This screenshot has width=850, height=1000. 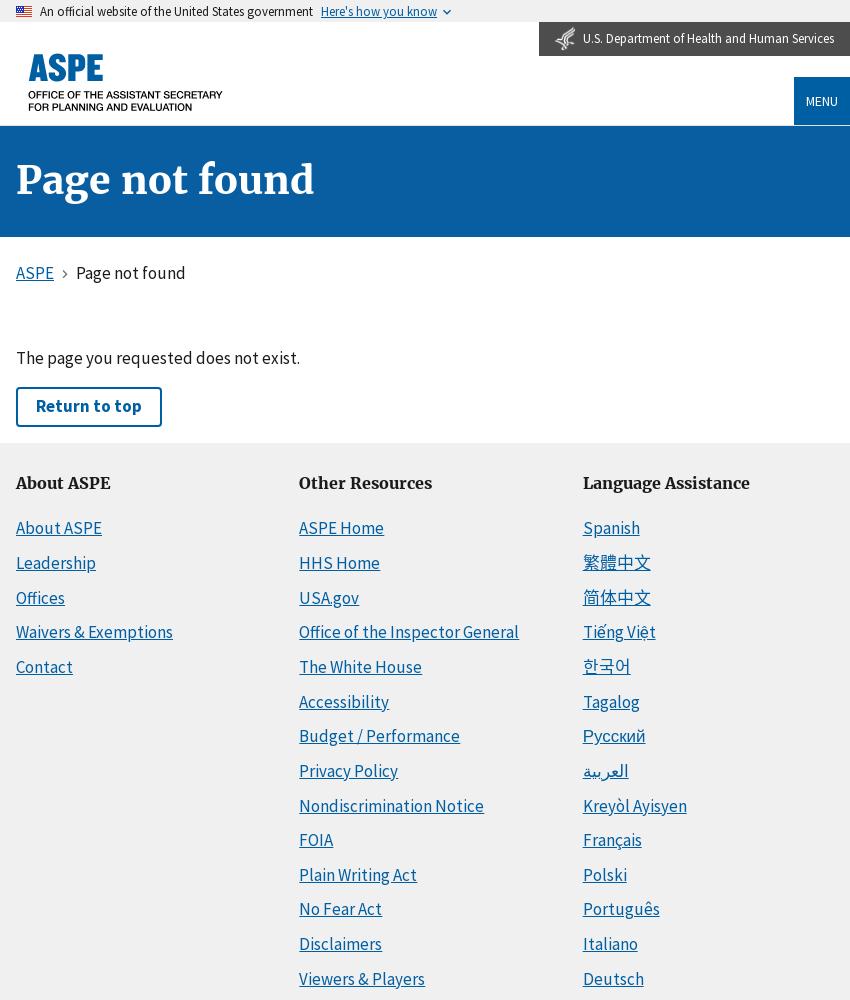 I want to click on 'Office of the Inspector General', so click(x=409, y=632).